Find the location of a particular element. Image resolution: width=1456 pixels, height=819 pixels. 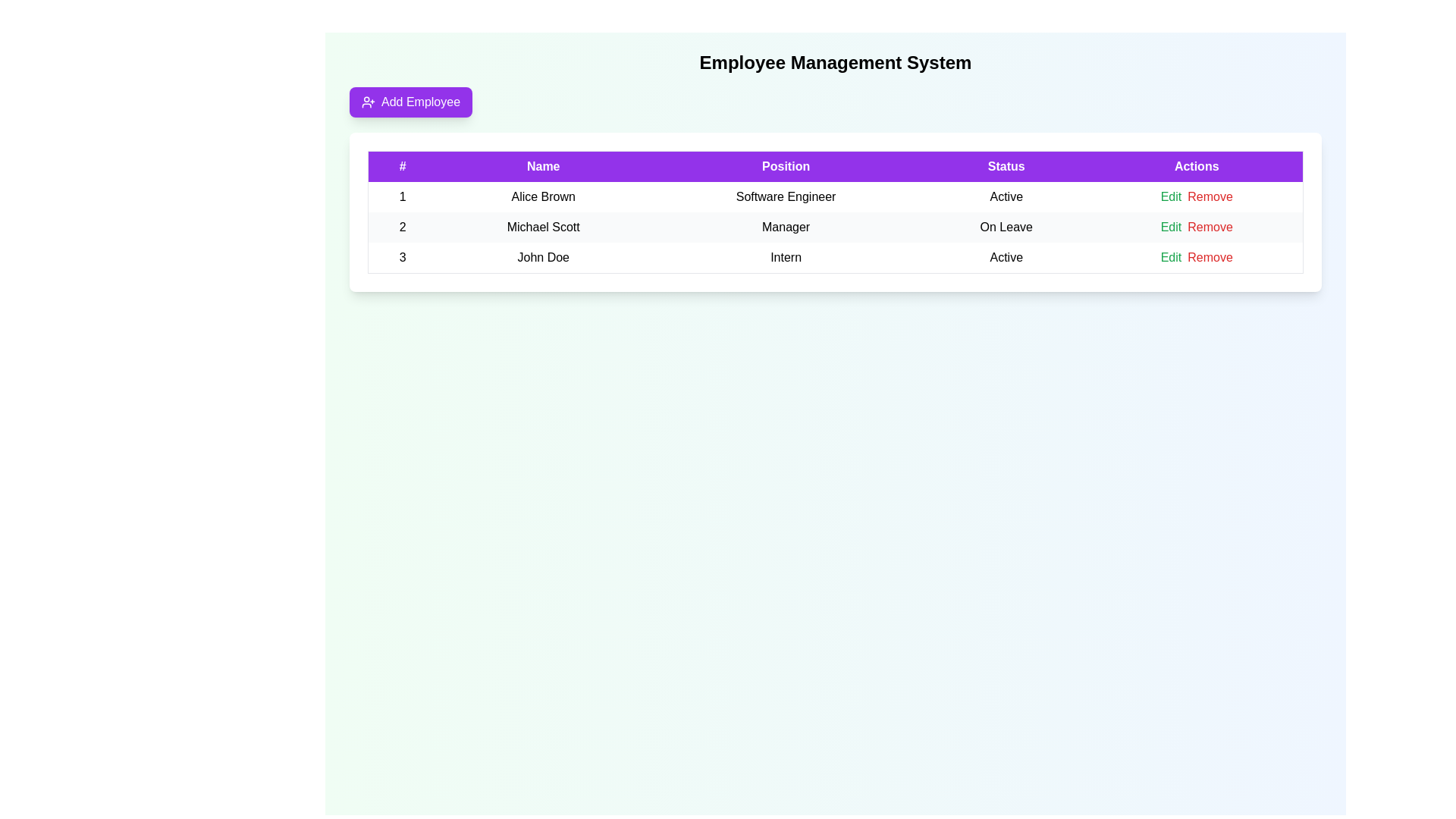

the 'Edit' text link, which is styled in green and located in the second row under the 'Actions' column adjacent to the 'Remove' link for employee Michael Scott is located at coordinates (1170, 227).